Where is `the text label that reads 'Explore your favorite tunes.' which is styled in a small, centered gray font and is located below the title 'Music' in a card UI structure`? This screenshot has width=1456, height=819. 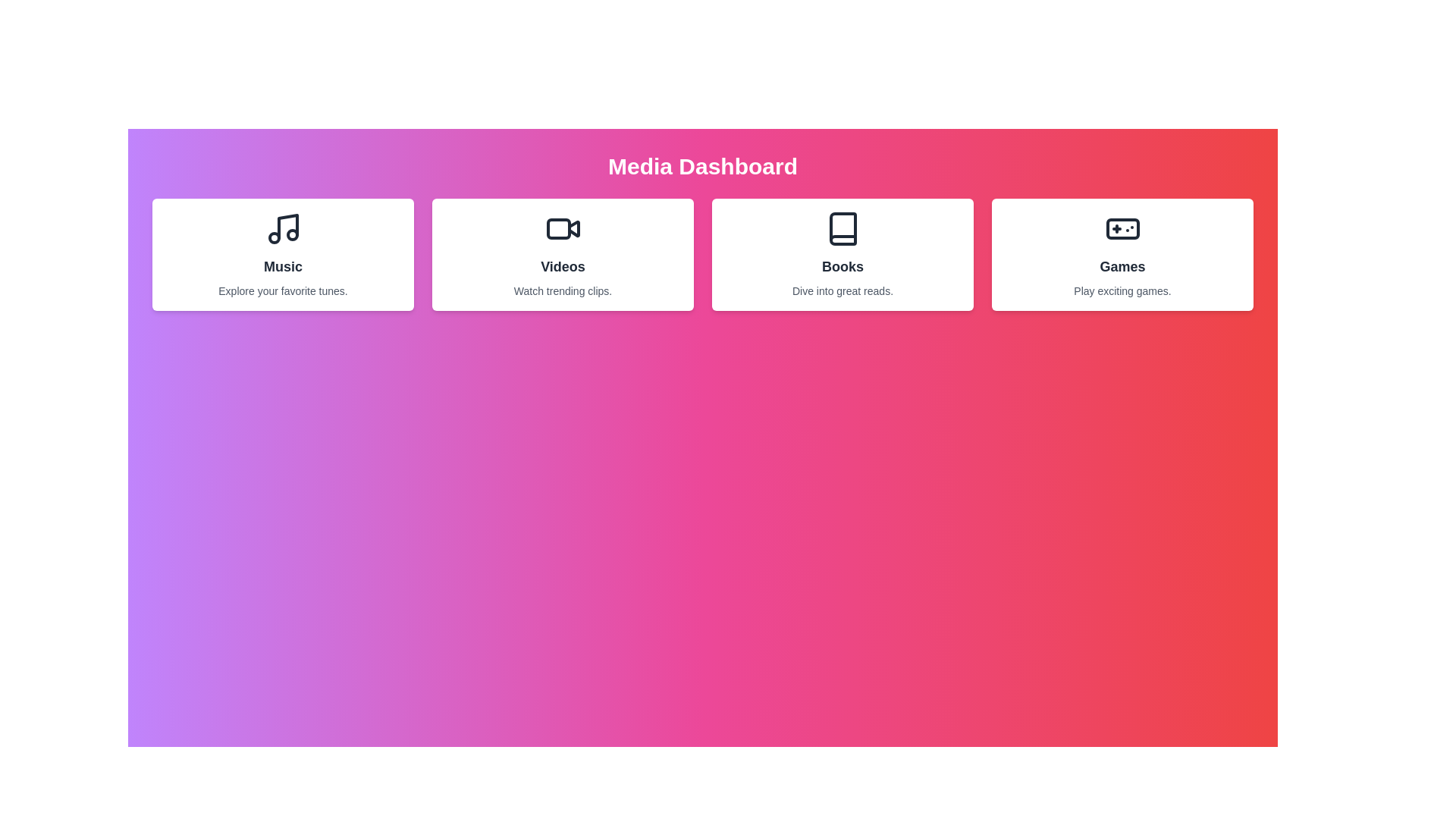
the text label that reads 'Explore your favorite tunes.' which is styled in a small, centered gray font and is located below the title 'Music' in a card UI structure is located at coordinates (283, 291).